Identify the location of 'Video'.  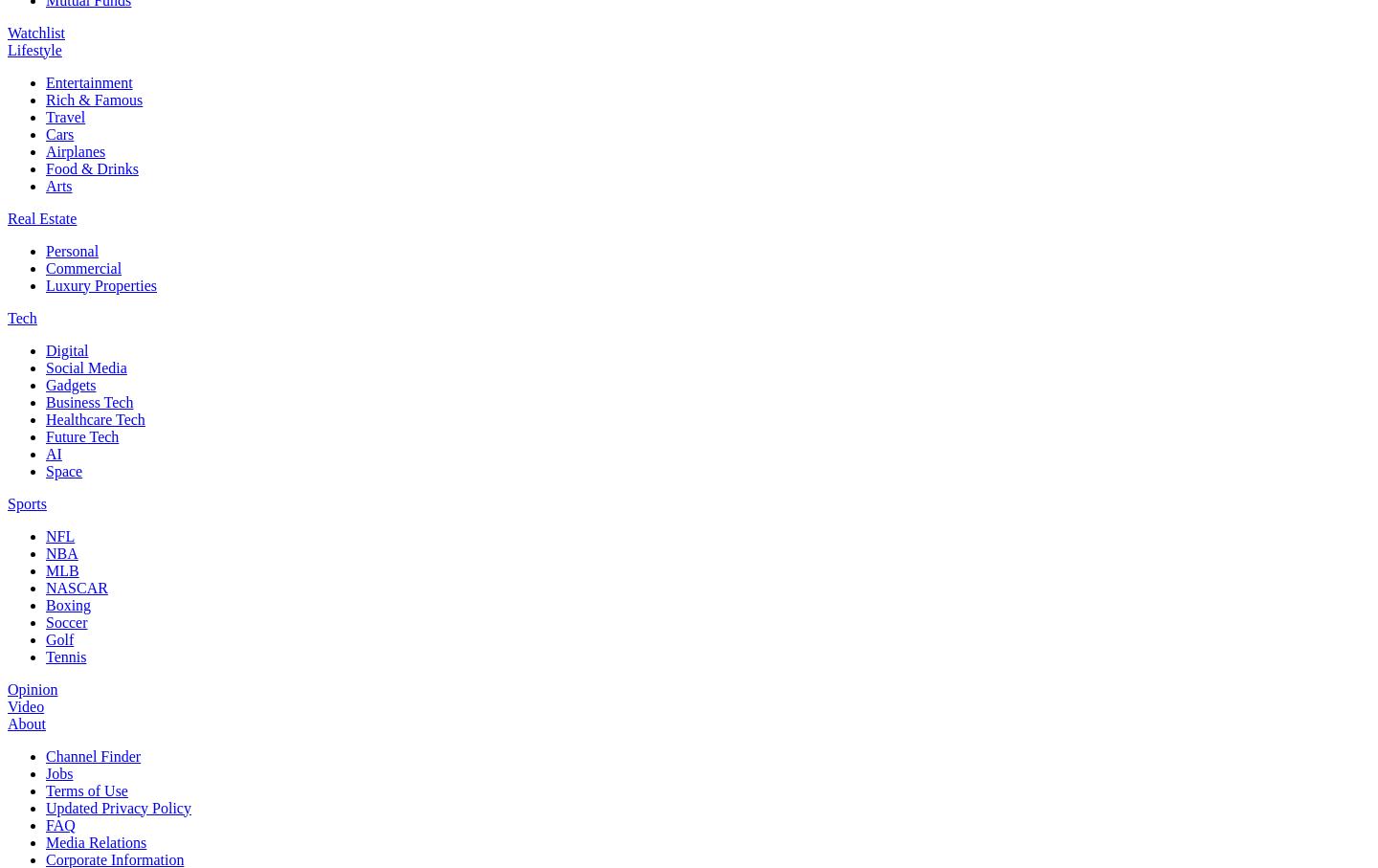
(7, 705).